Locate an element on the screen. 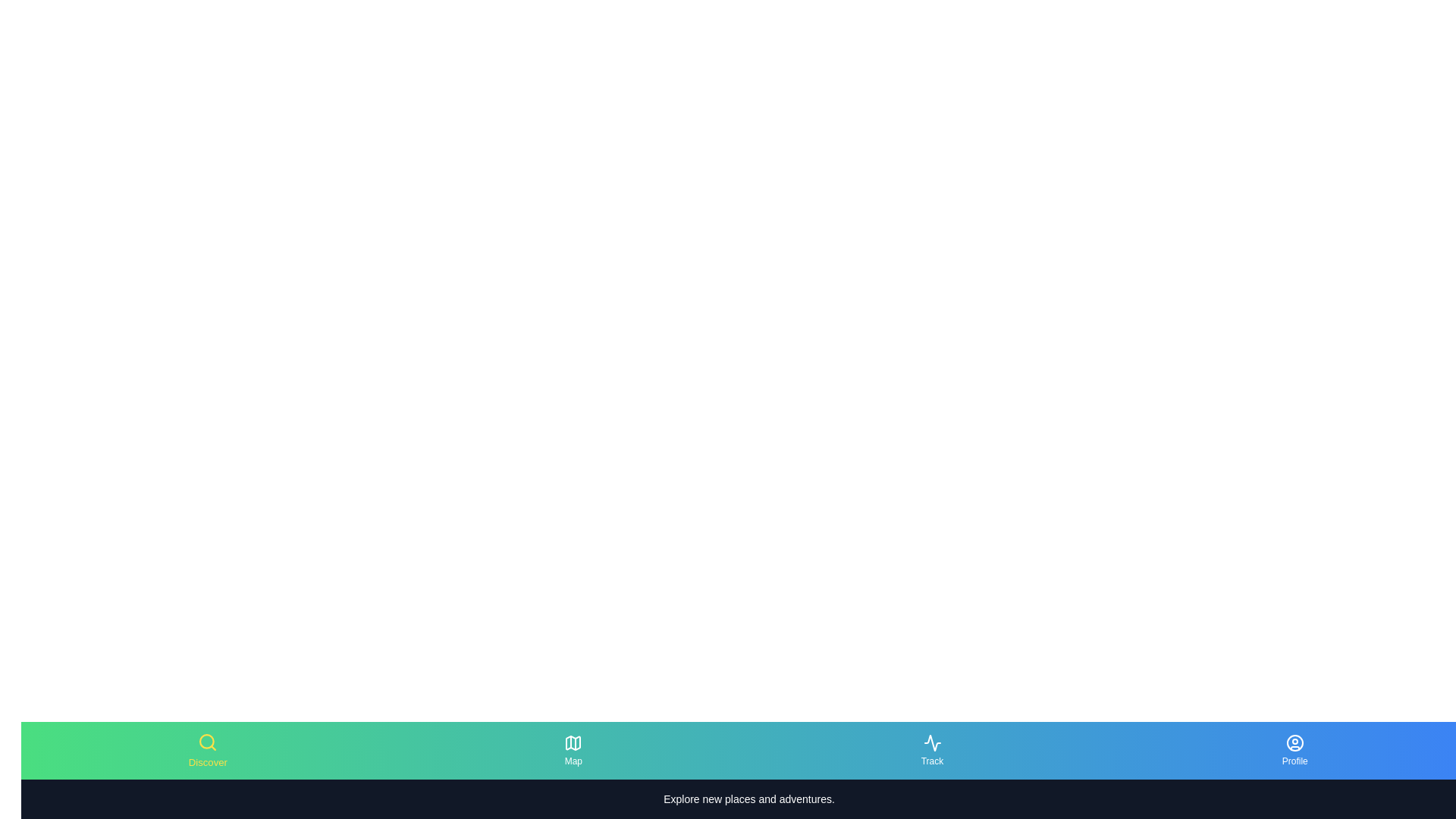 This screenshot has width=1456, height=819. the tab labeled Track to navigate to its content is located at coordinates (930, 751).